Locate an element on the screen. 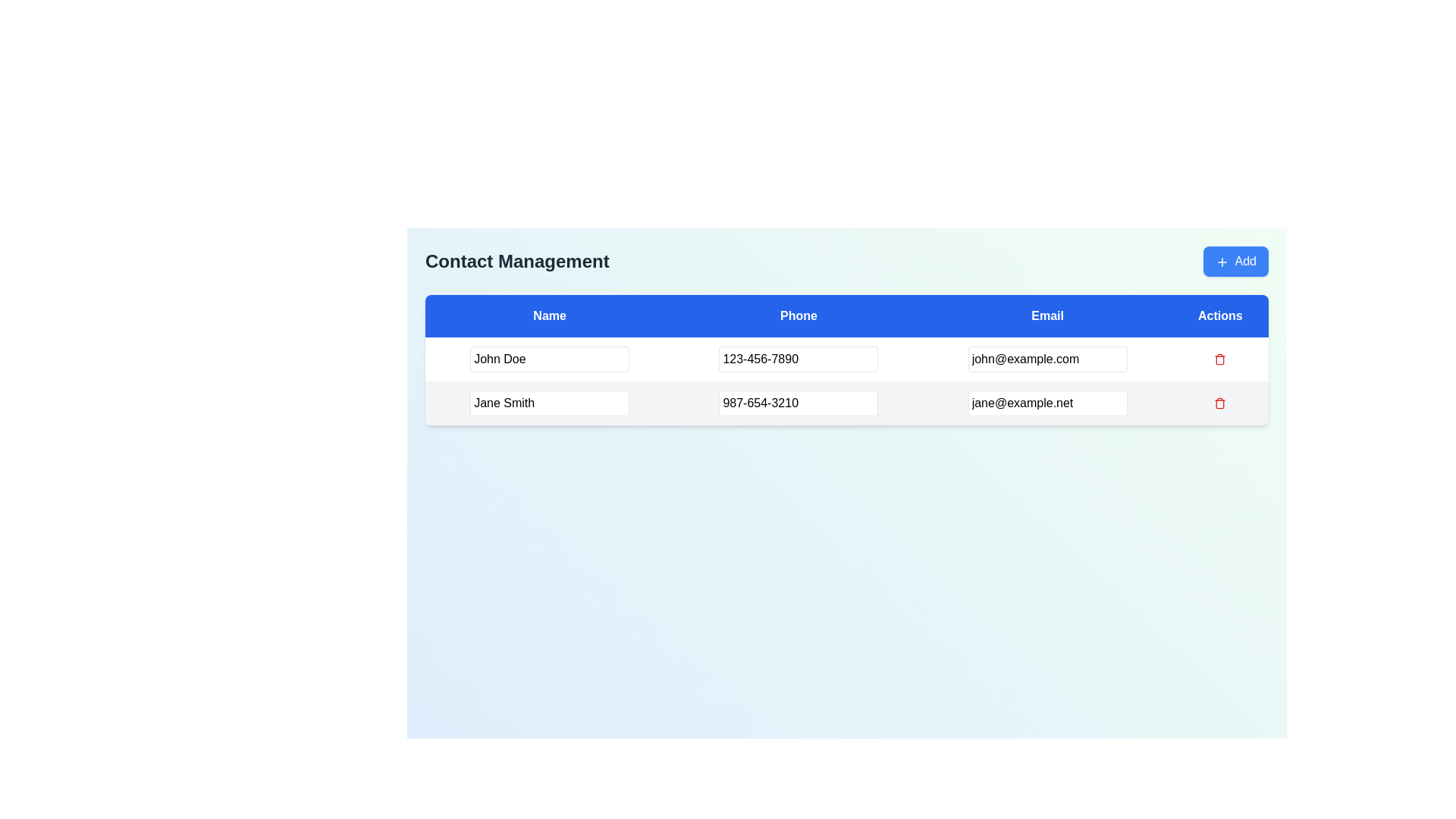 Image resolution: width=1456 pixels, height=819 pixels. the 'Email' table column header, which is displayed in bold white font on a blue background, to perform actions on the table below is located at coordinates (1046, 315).